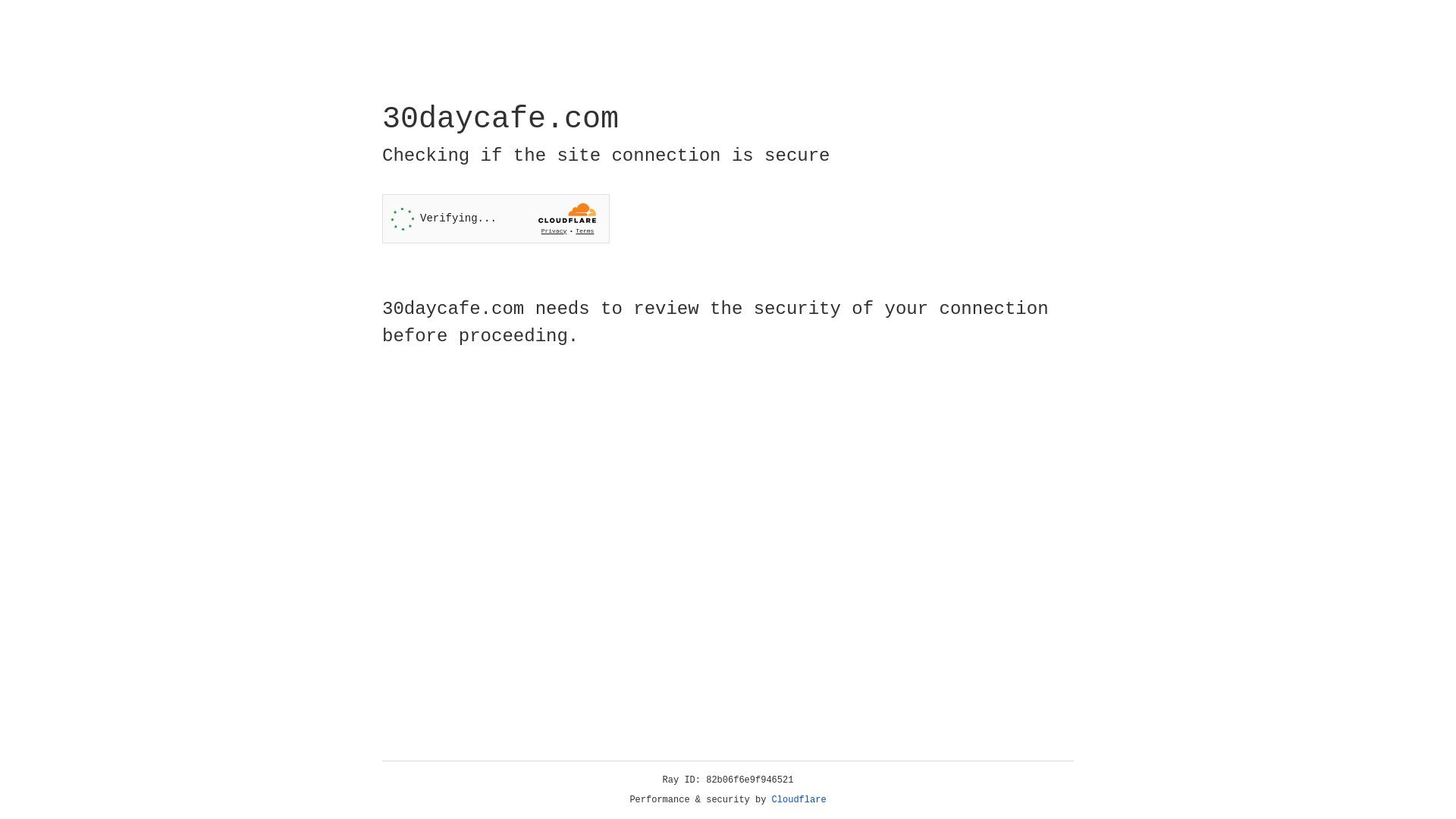 This screenshot has height=819, width=1456. I want to click on 'Cloudflare', so click(799, 799).